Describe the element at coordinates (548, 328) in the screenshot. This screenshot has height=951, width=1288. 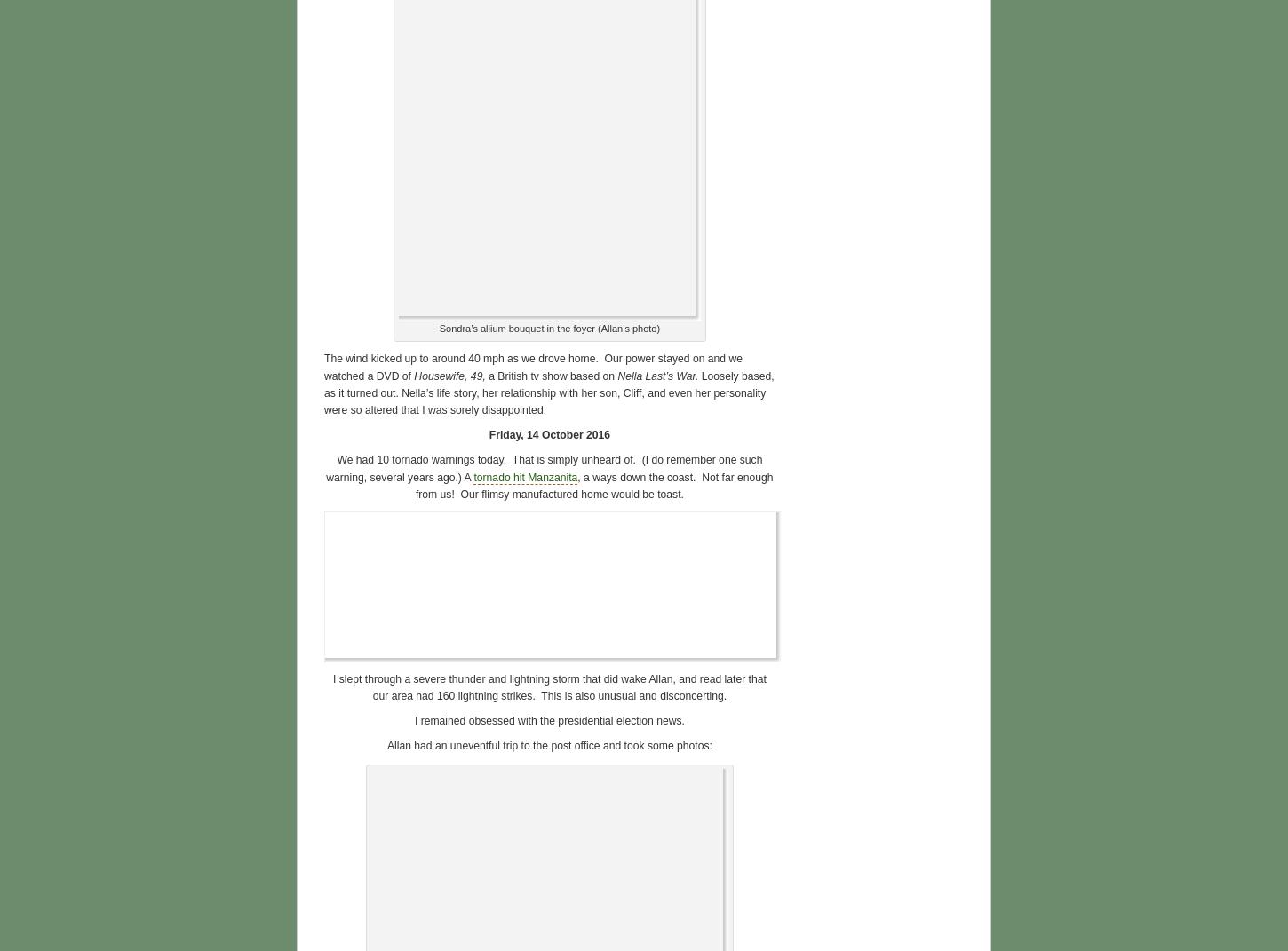
I see `'Sondra’s allium bouquet in the foyer (Allan’s photo)'` at that location.